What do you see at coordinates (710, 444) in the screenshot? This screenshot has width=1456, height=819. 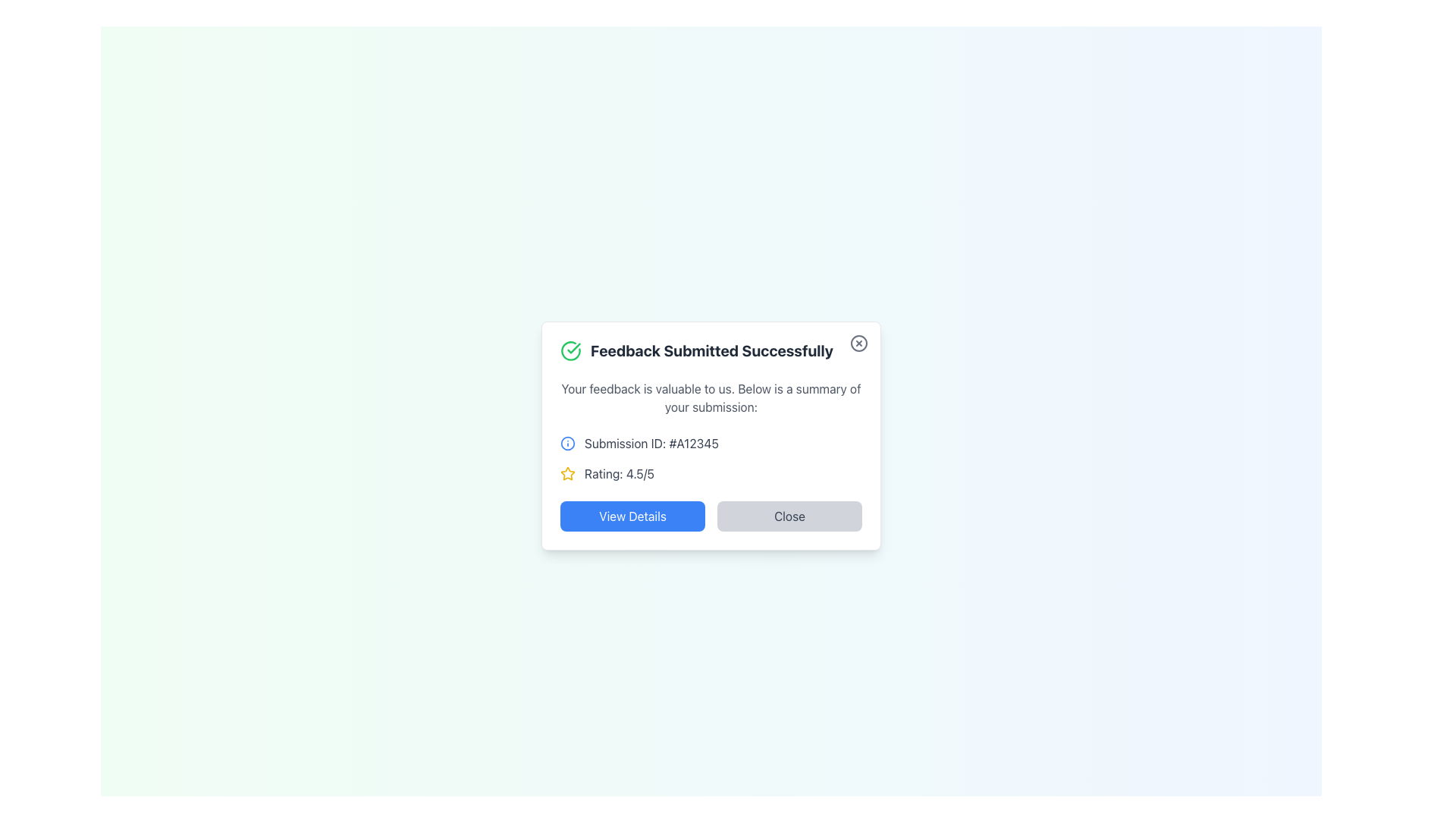 I see `the Label with Icon that displays the submission ID, which is located centrally in the modal popup above the 'Rating: 4.5/5' element` at bounding box center [710, 444].